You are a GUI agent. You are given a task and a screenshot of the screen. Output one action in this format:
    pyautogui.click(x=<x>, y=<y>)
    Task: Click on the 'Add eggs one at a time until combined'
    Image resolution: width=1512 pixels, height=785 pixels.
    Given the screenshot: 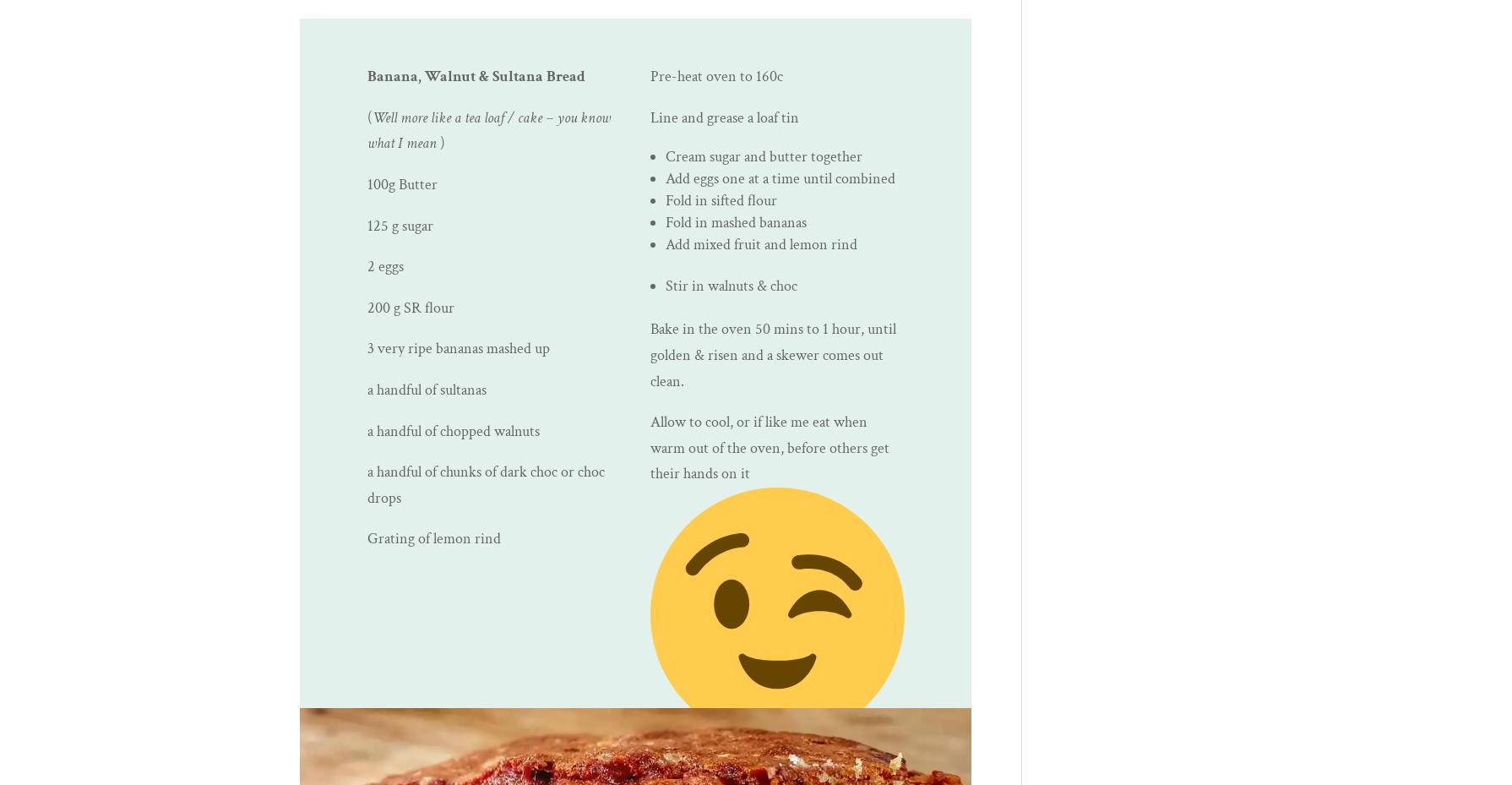 What is the action you would take?
    pyautogui.click(x=780, y=177)
    